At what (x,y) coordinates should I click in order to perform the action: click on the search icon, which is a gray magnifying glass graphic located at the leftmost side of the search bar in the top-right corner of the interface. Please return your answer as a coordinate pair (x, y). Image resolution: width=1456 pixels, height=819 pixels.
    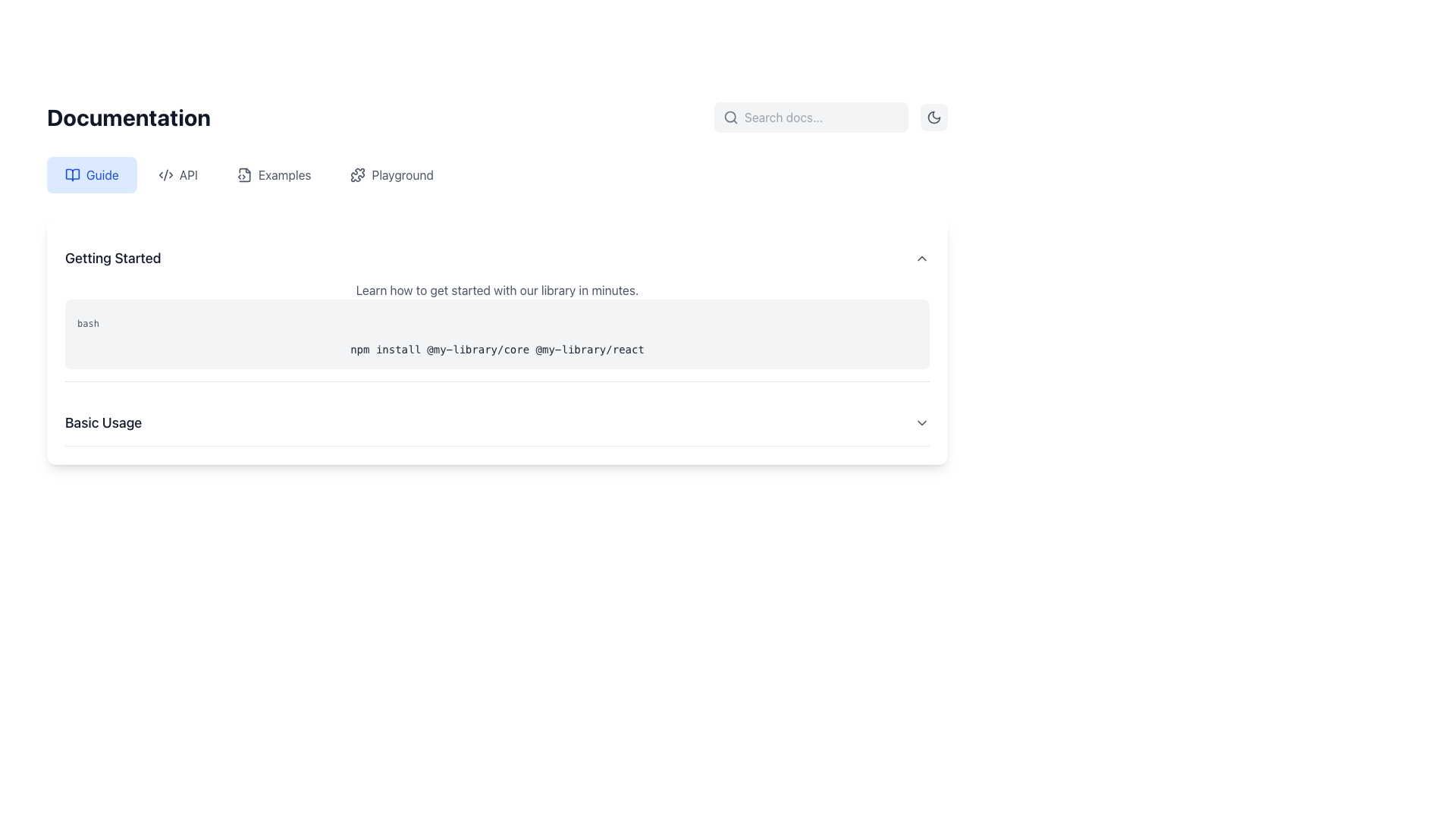
    Looking at the image, I should click on (731, 116).